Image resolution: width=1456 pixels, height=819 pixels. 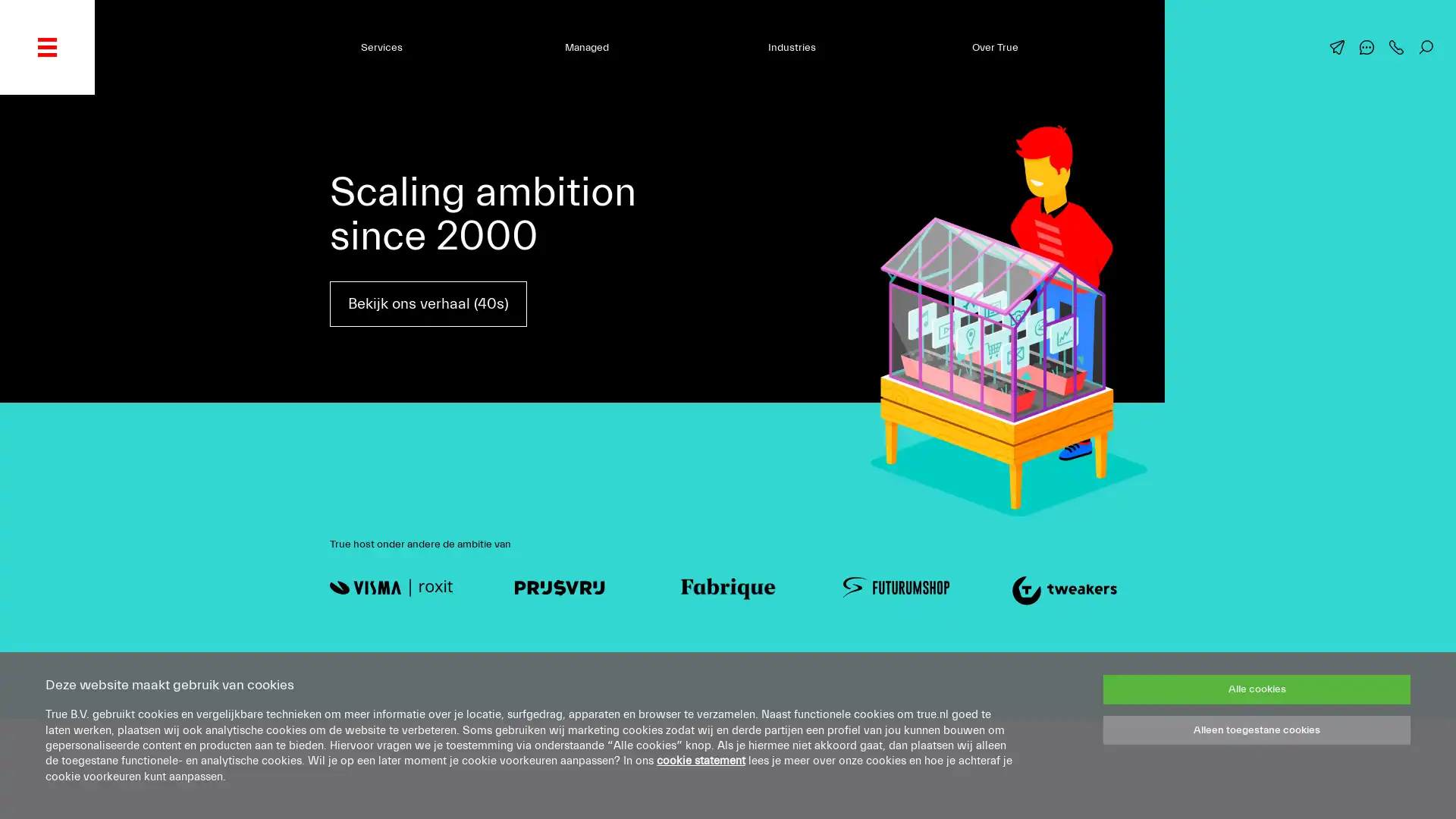 What do you see at coordinates (1374, 46) in the screenshot?
I see `Chat met ons` at bounding box center [1374, 46].